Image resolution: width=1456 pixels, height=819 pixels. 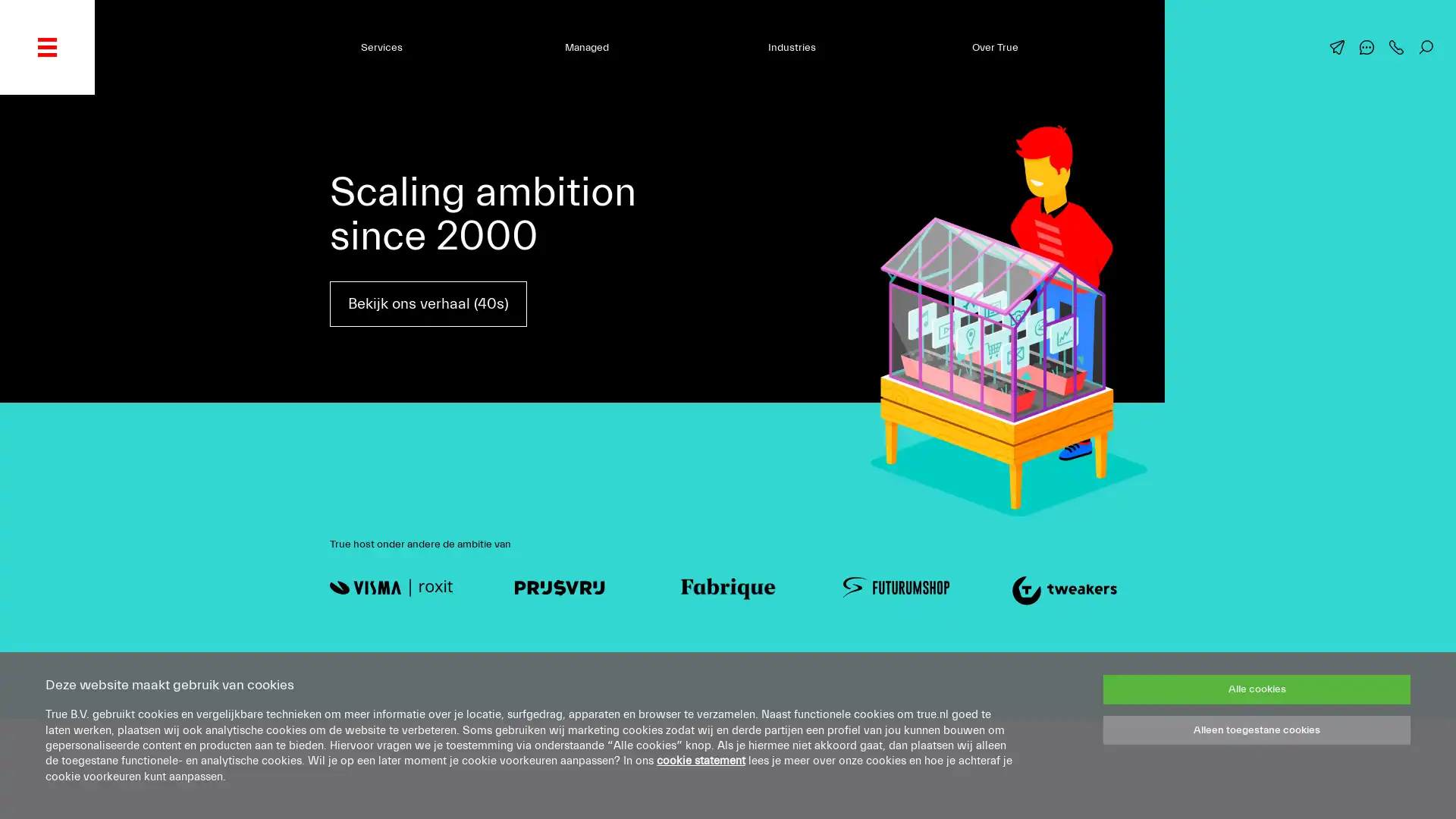 What do you see at coordinates (1374, 46) in the screenshot?
I see `Chat met ons` at bounding box center [1374, 46].